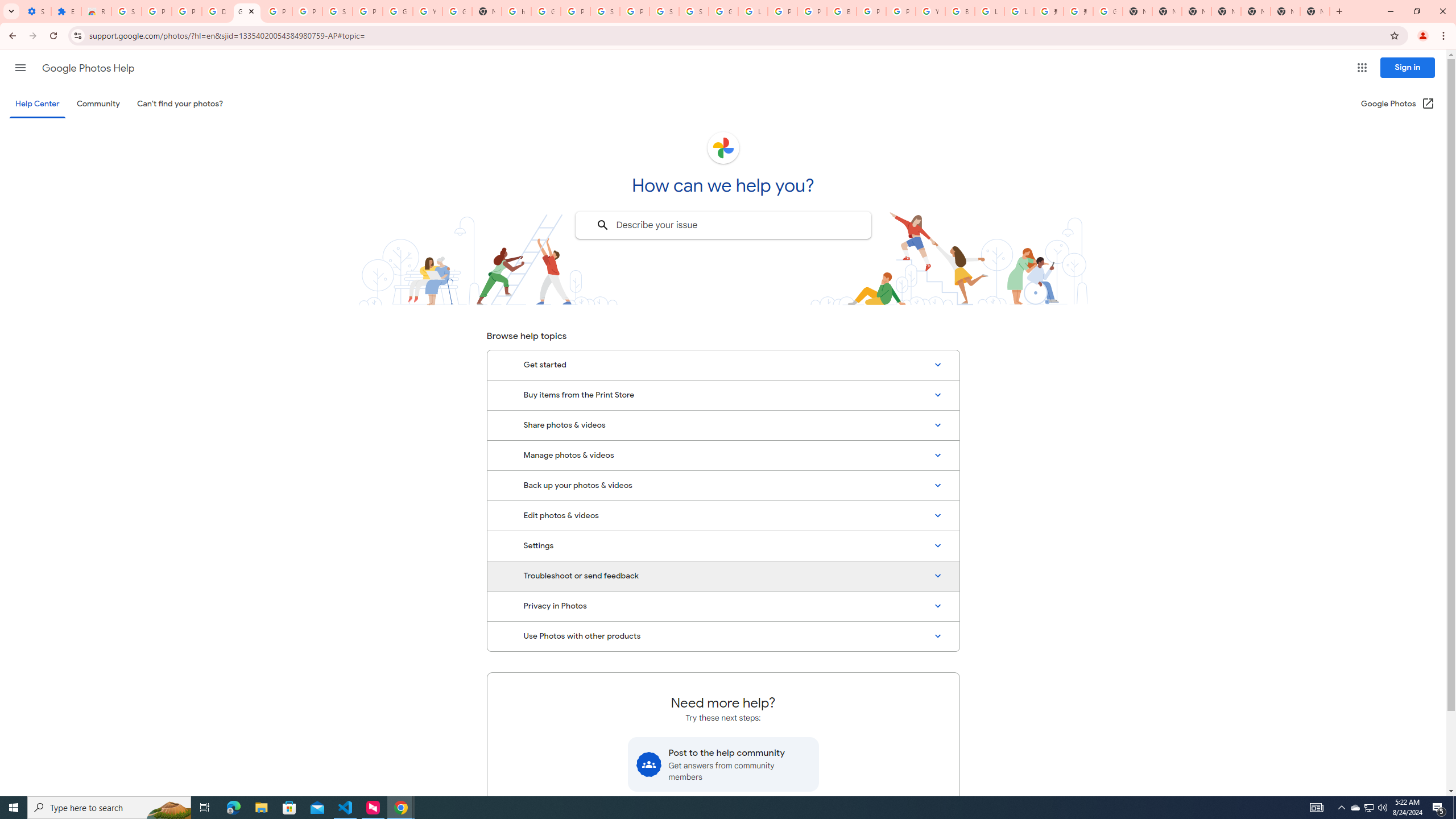  What do you see at coordinates (601, 225) in the screenshot?
I see `'Search'` at bounding box center [601, 225].